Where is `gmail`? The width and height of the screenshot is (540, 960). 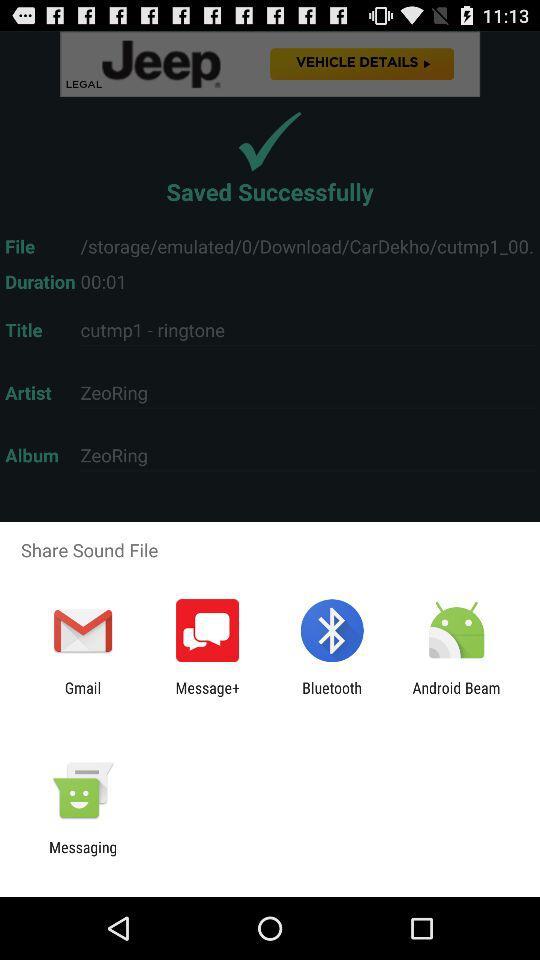 gmail is located at coordinates (82, 696).